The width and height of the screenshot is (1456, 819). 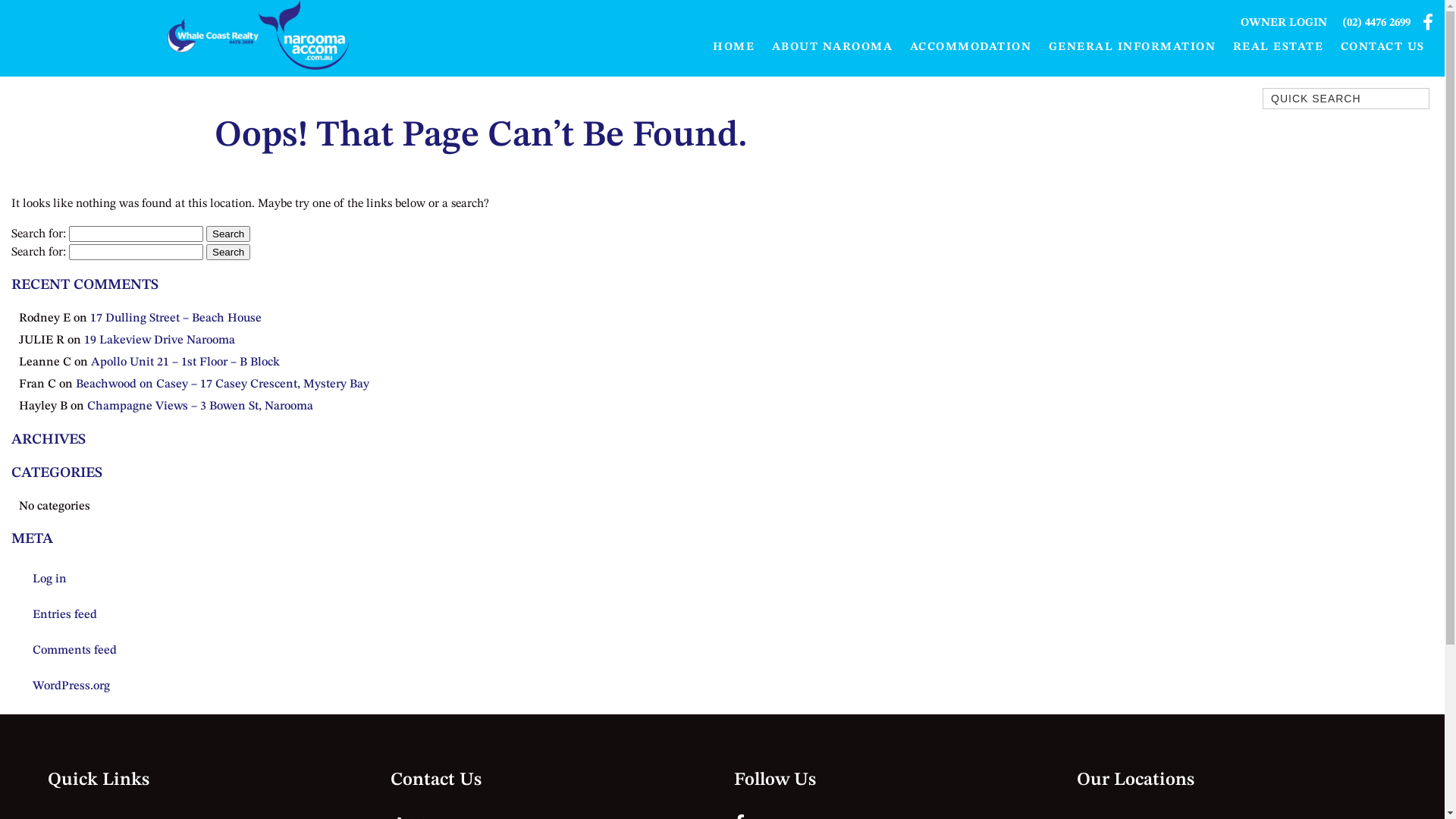 I want to click on 'ACCOMMODATION', so click(x=969, y=46).